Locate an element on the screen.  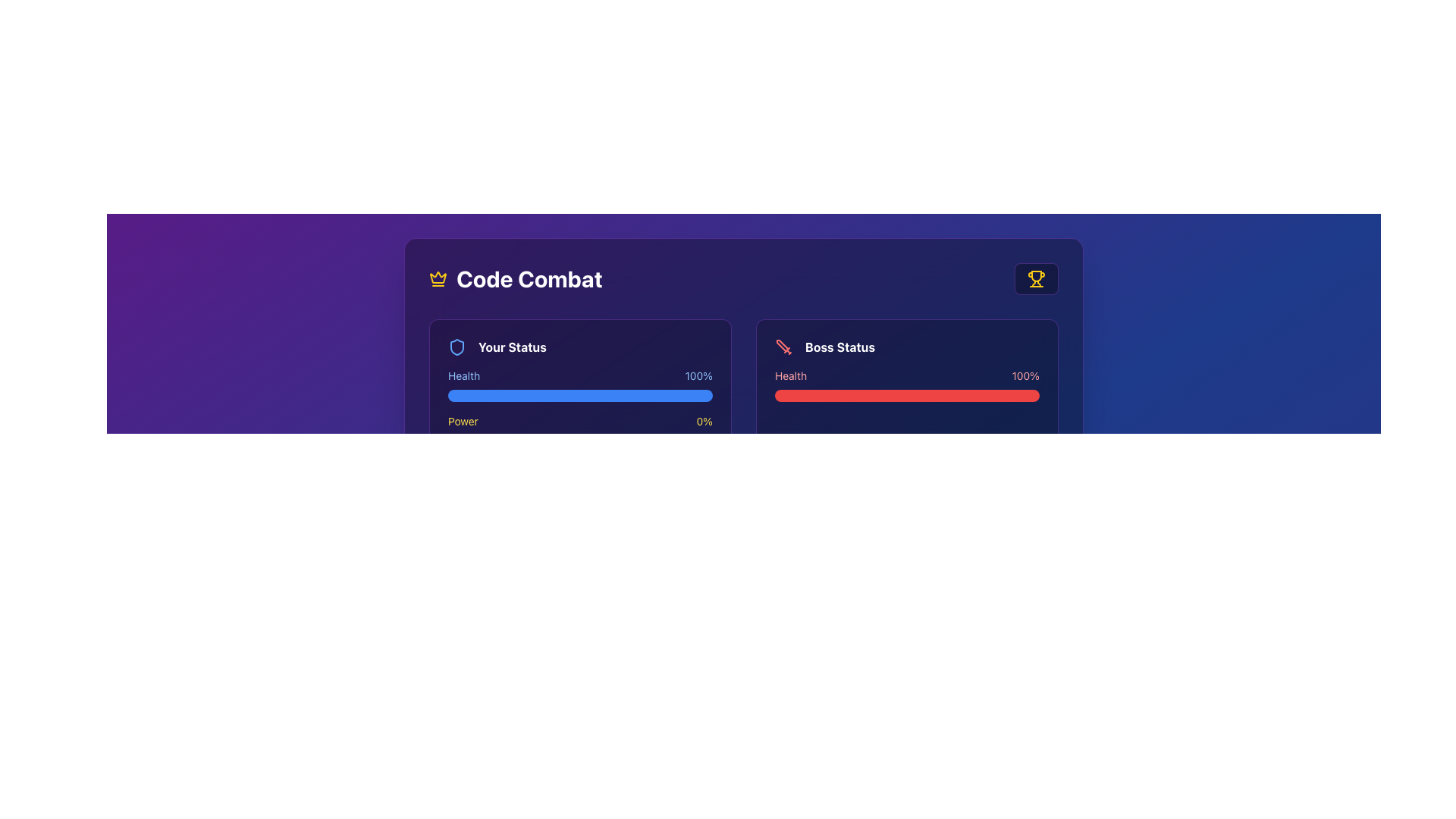
the Status indicator showing power status, located in the second status under 'Your Status', to modify its state using associated controls is located at coordinates (579, 430).